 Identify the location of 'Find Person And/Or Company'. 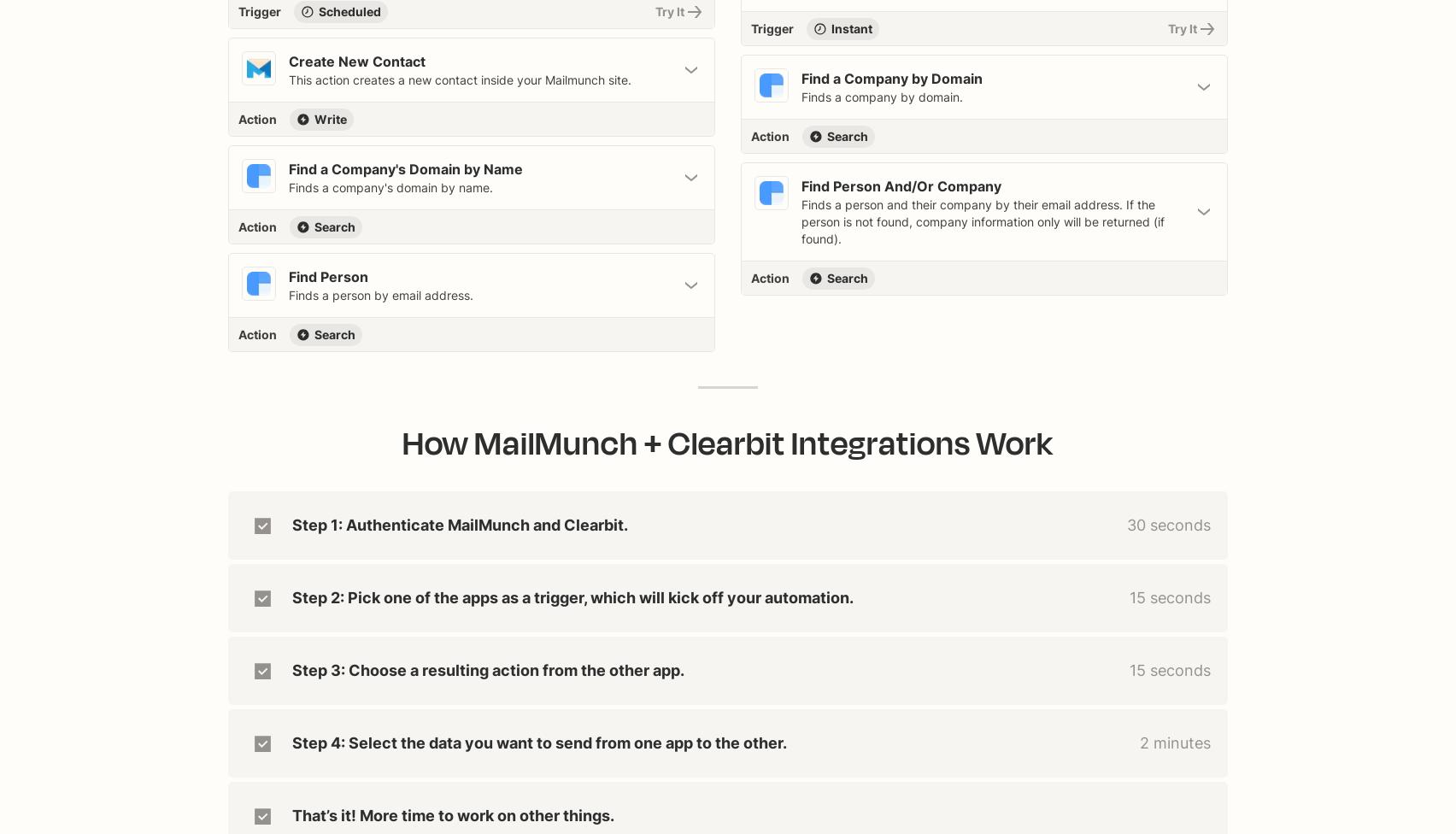
(801, 185).